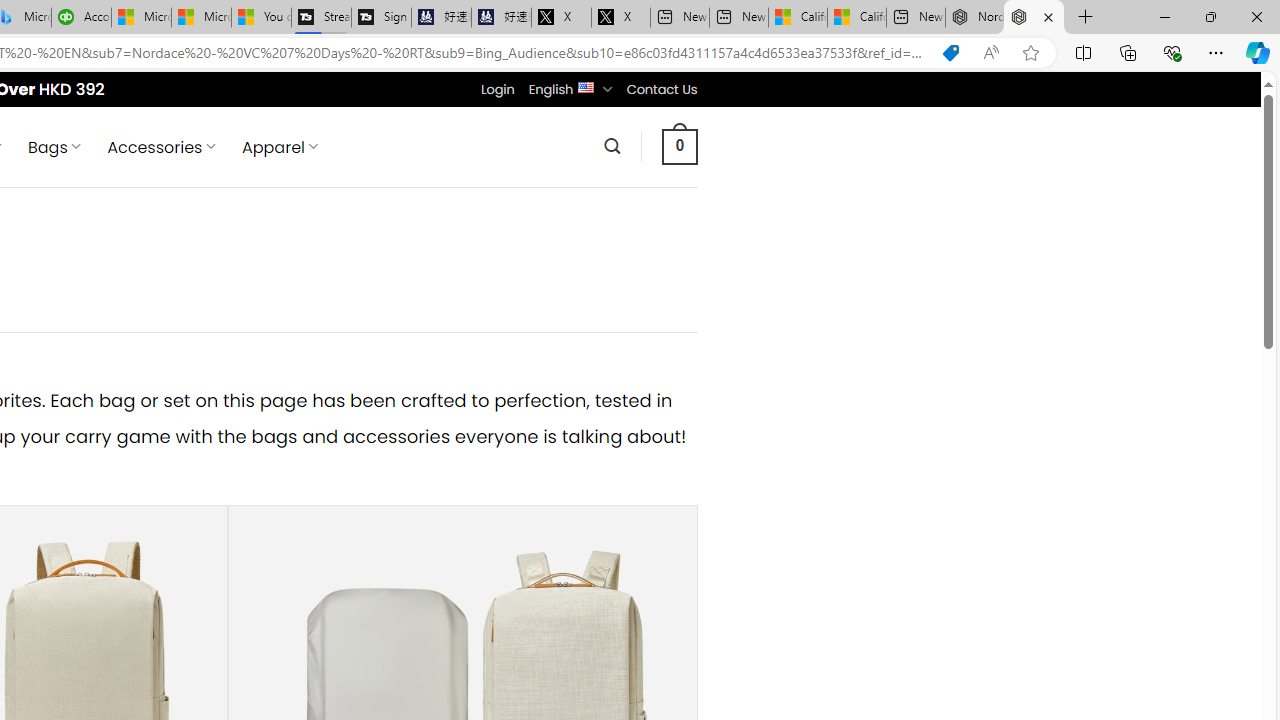 This screenshot has width=1280, height=720. I want to click on 'English', so click(585, 85).